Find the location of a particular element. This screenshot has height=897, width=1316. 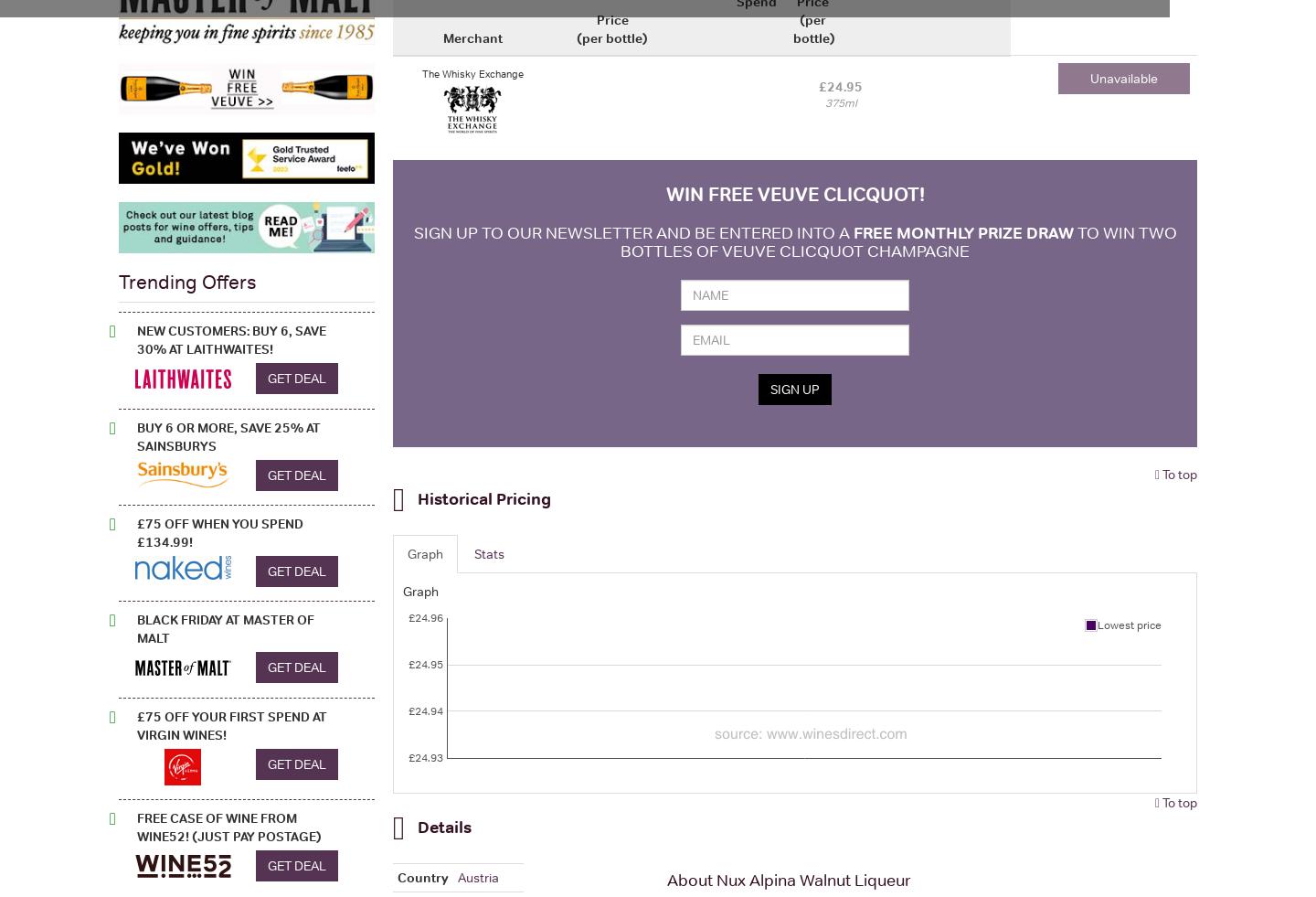

'New Customers: Buy 6, Save 30% at Laithwaites!' is located at coordinates (230, 338).